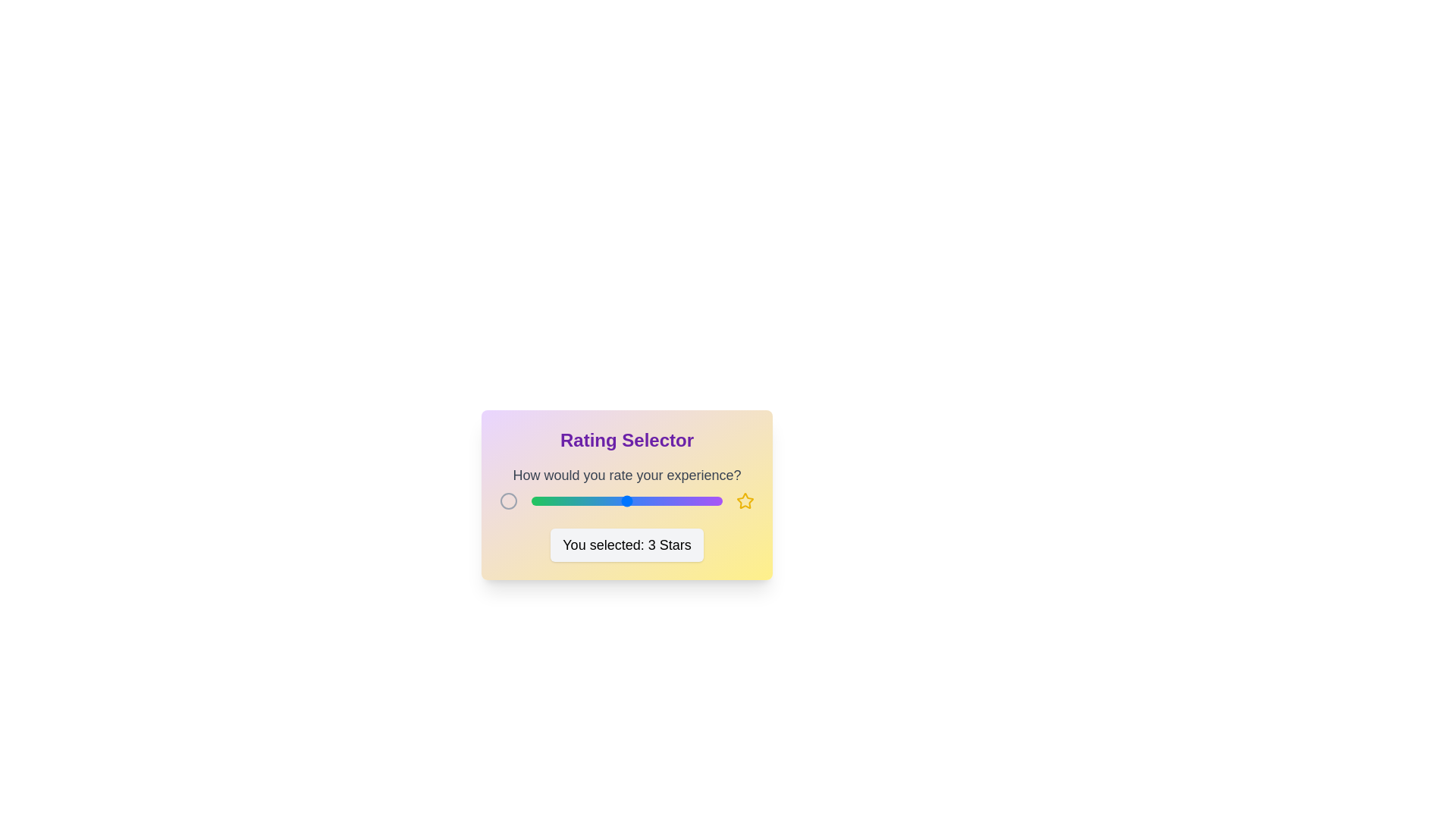 Image resolution: width=1456 pixels, height=819 pixels. I want to click on the rating slider to set the rating to 1 stars, so click(531, 500).